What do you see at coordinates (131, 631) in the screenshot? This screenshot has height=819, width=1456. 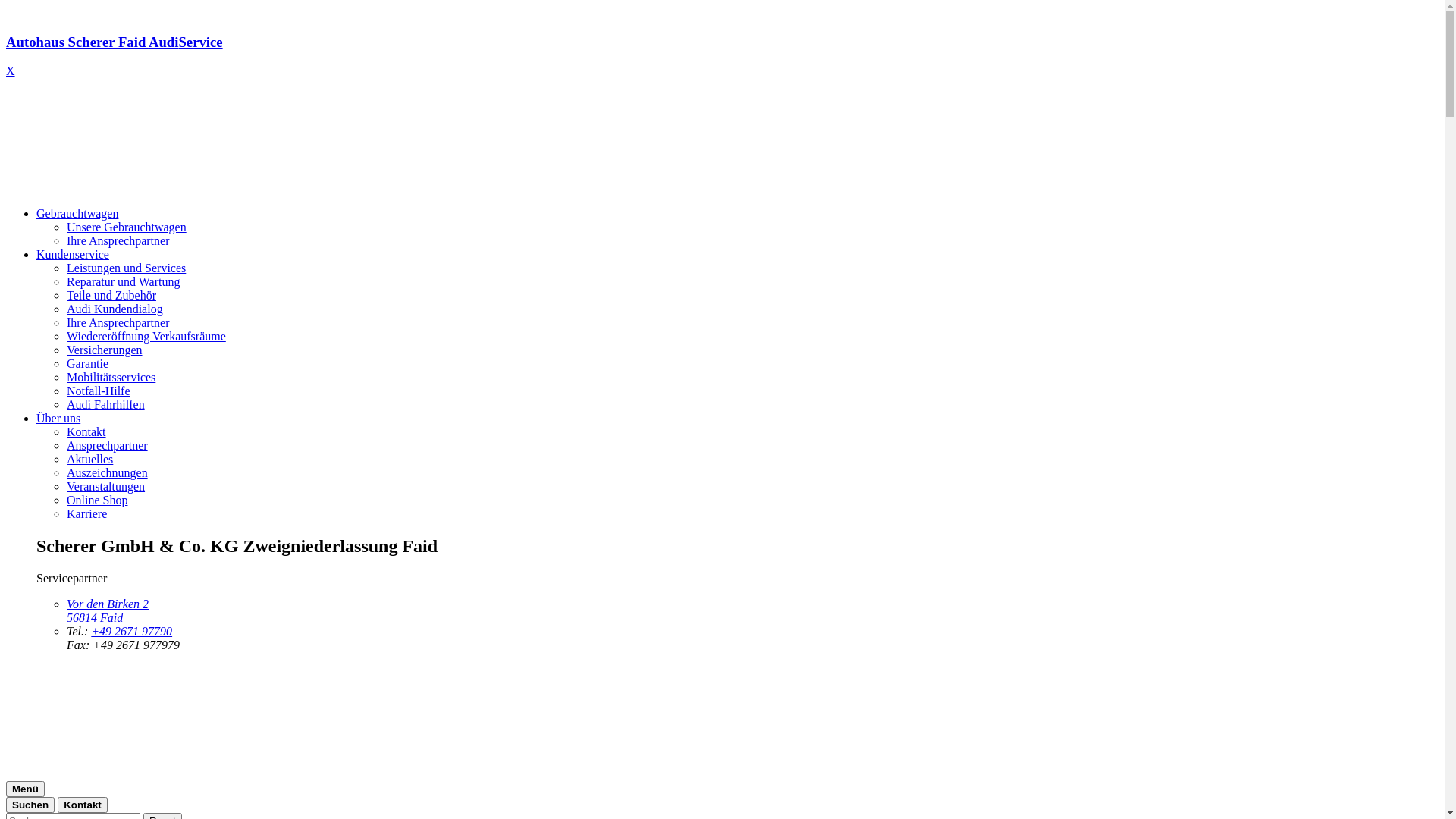 I see `'+49 2671 97790'` at bounding box center [131, 631].